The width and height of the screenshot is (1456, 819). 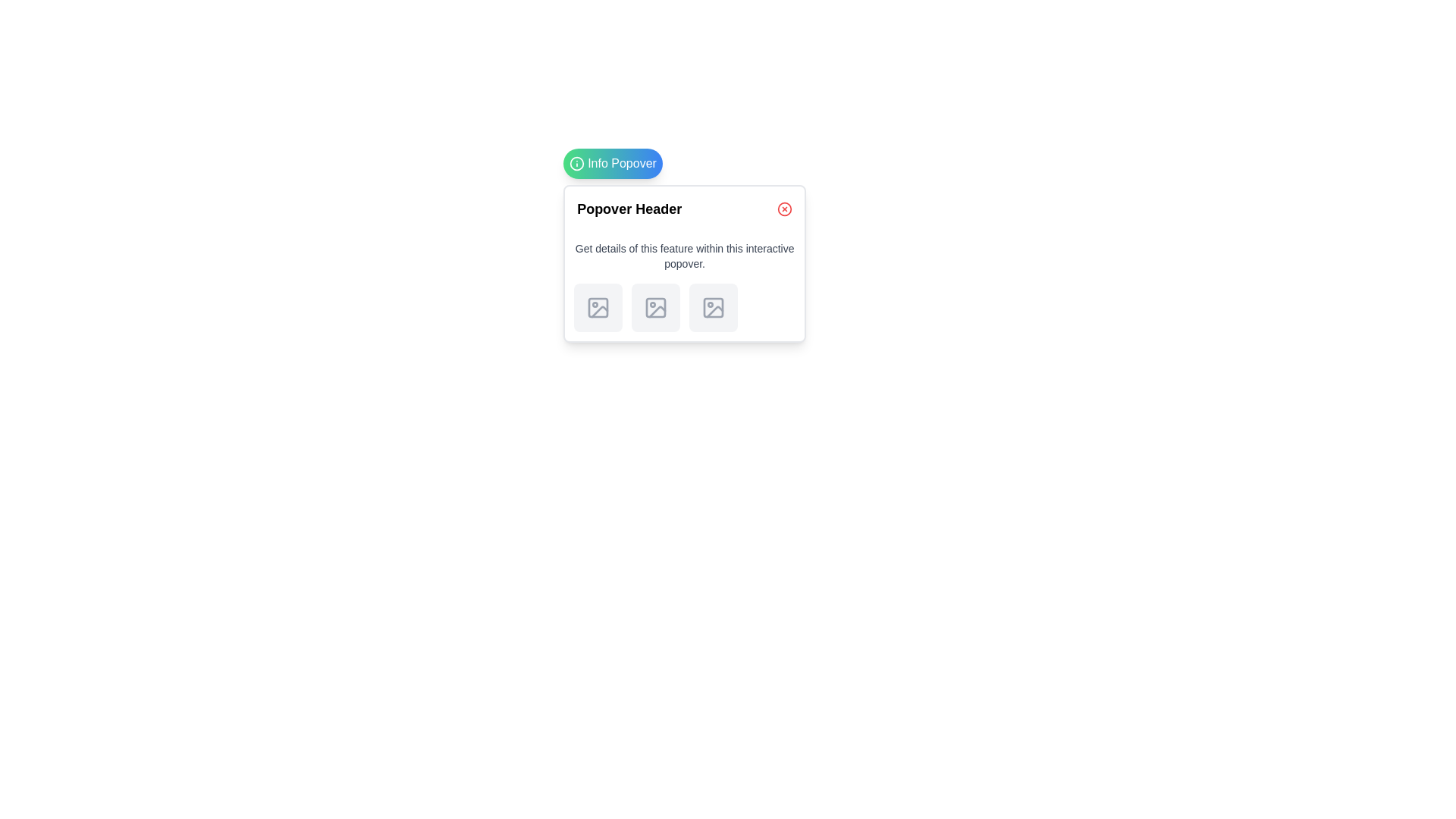 What do you see at coordinates (684, 256) in the screenshot?
I see `the static text element that presents the message 'Get details of this feature within this interactive popover.' which is displayed in gray, small-sized font, located below the 'Popover Header' and above three graphical icons` at bounding box center [684, 256].